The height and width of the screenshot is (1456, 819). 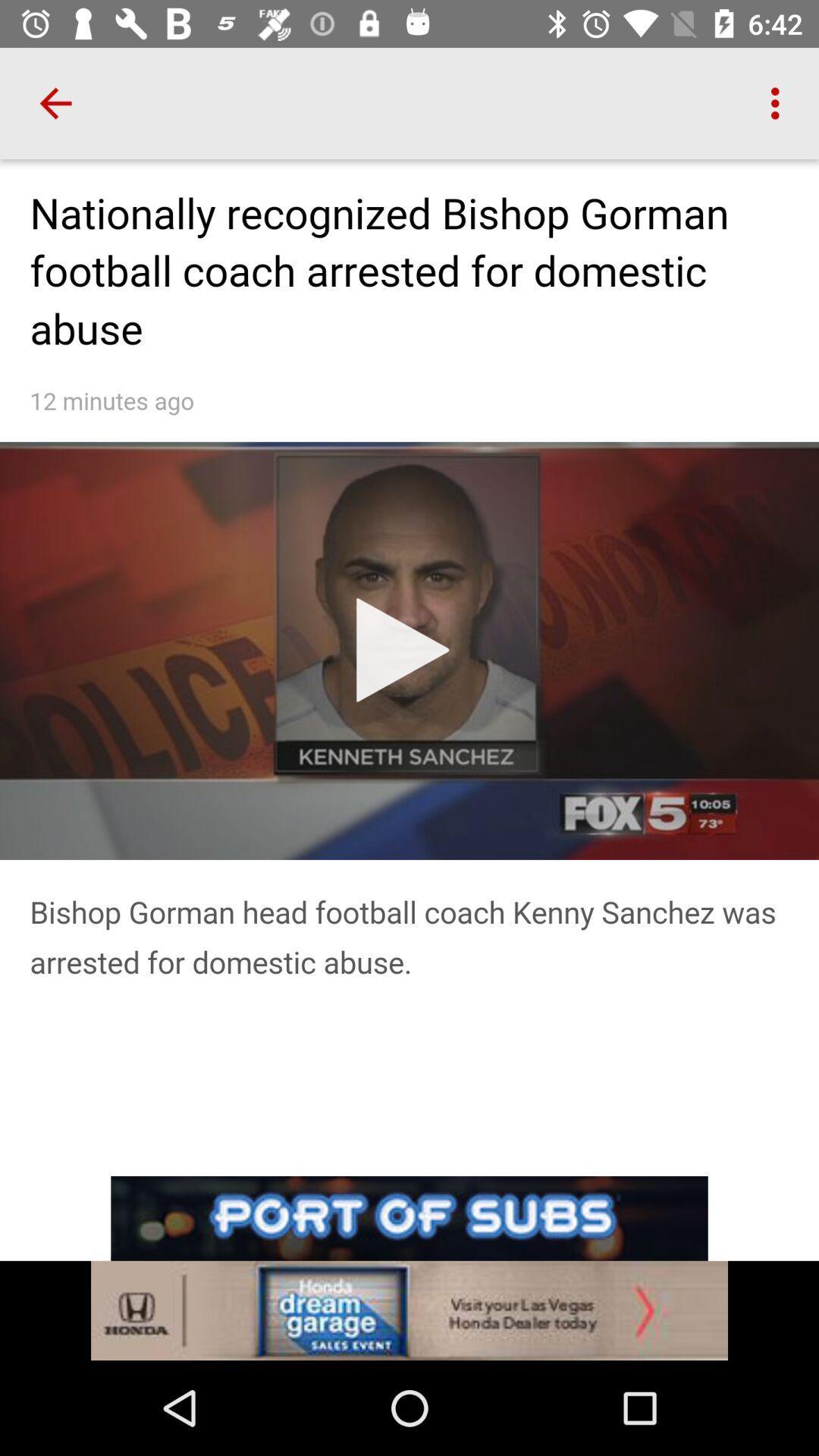 What do you see at coordinates (409, 1268) in the screenshot?
I see `sponsor advertisement for port of subs` at bounding box center [409, 1268].